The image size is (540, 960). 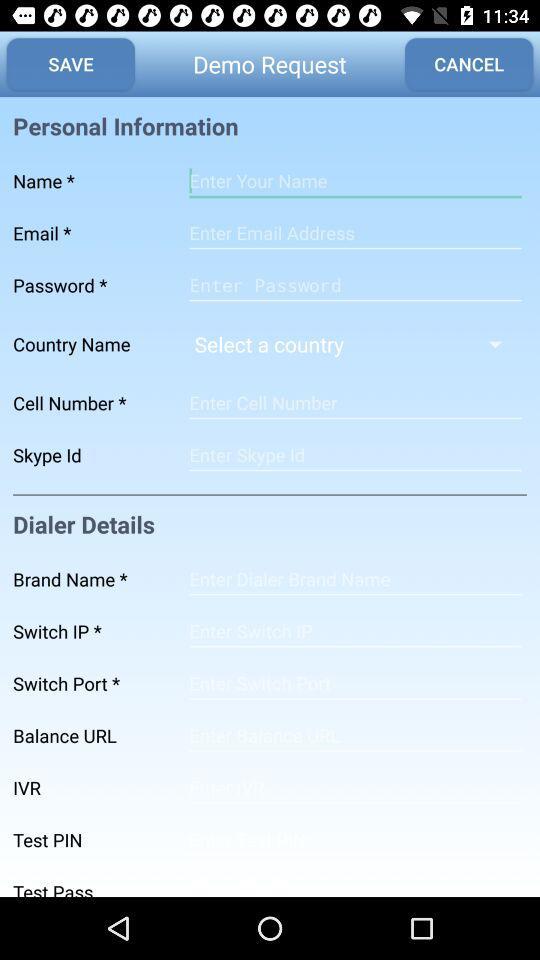 What do you see at coordinates (354, 233) in the screenshot?
I see `text box` at bounding box center [354, 233].